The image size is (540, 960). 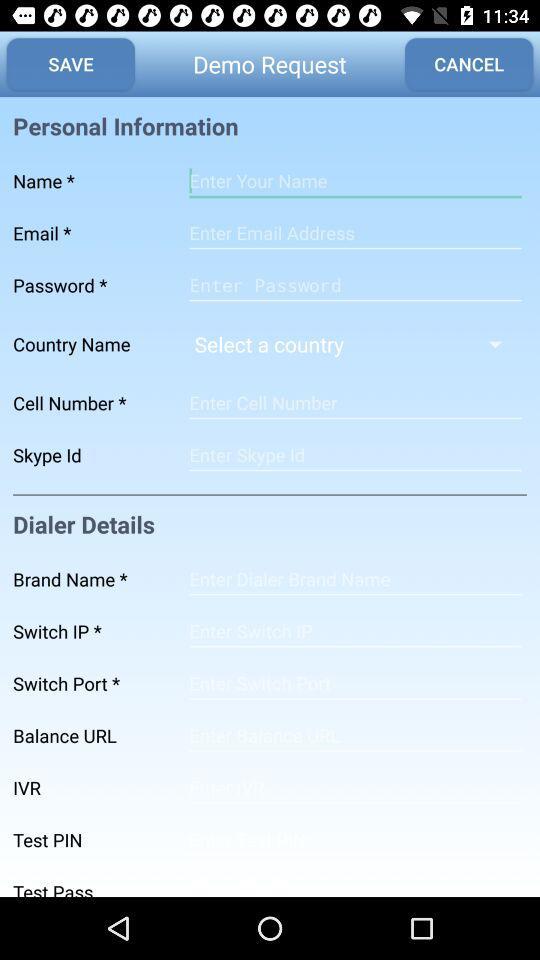 What do you see at coordinates (354, 233) in the screenshot?
I see `text box` at bounding box center [354, 233].